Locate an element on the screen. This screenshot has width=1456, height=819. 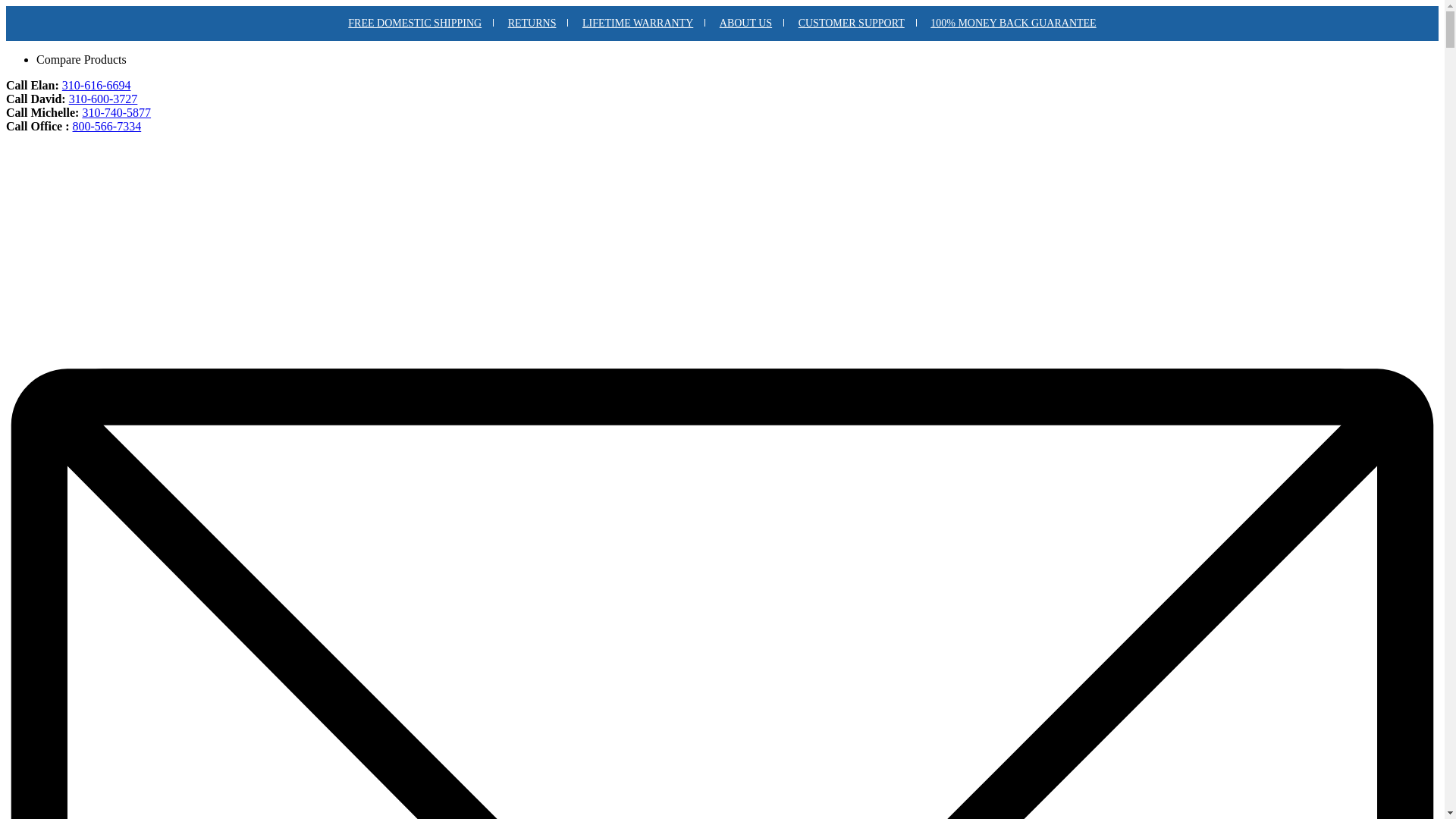
'ABOUT US' is located at coordinates (745, 23).